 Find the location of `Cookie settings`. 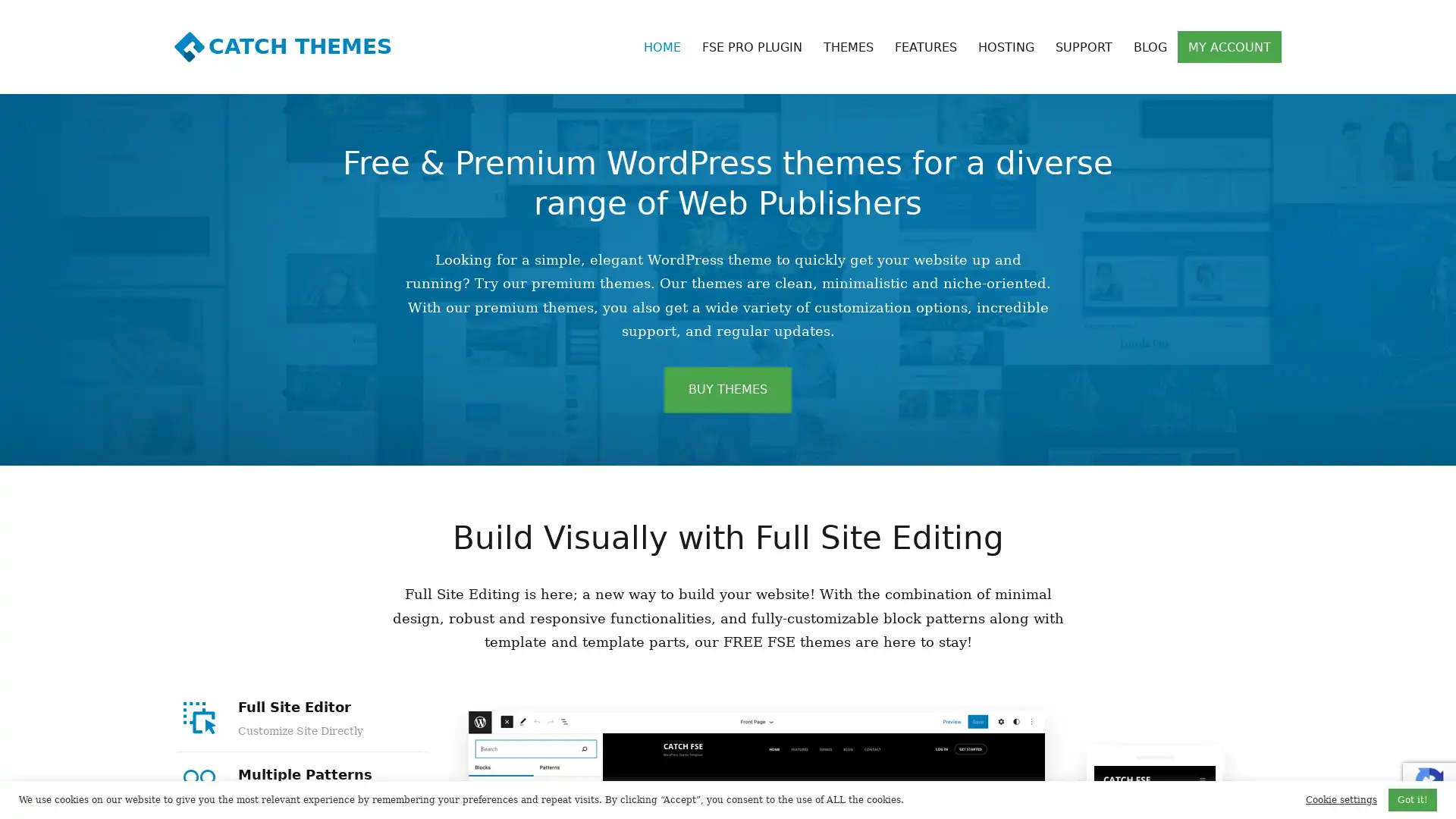

Cookie settings is located at coordinates (1341, 799).